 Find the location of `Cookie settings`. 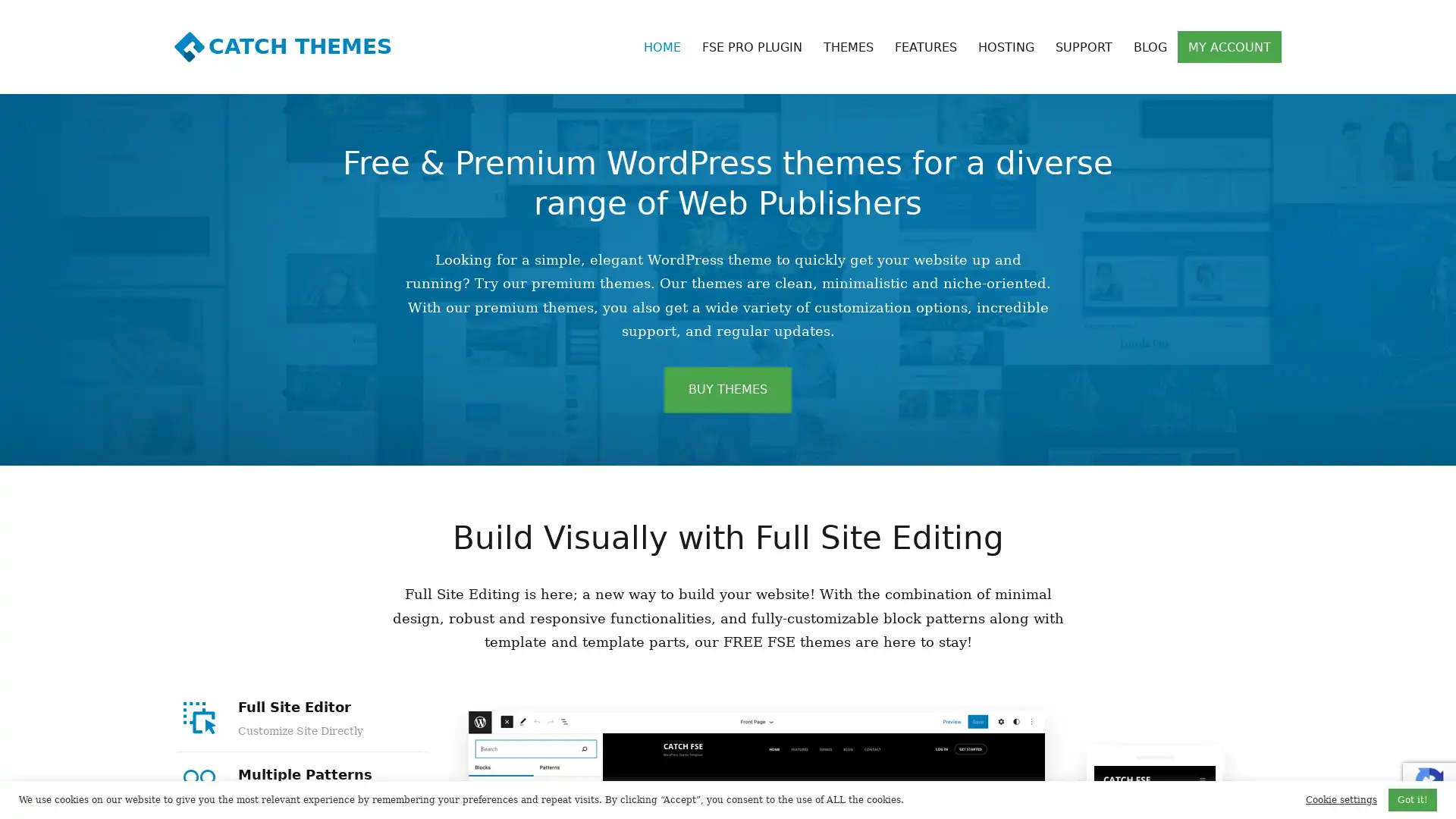

Cookie settings is located at coordinates (1341, 799).